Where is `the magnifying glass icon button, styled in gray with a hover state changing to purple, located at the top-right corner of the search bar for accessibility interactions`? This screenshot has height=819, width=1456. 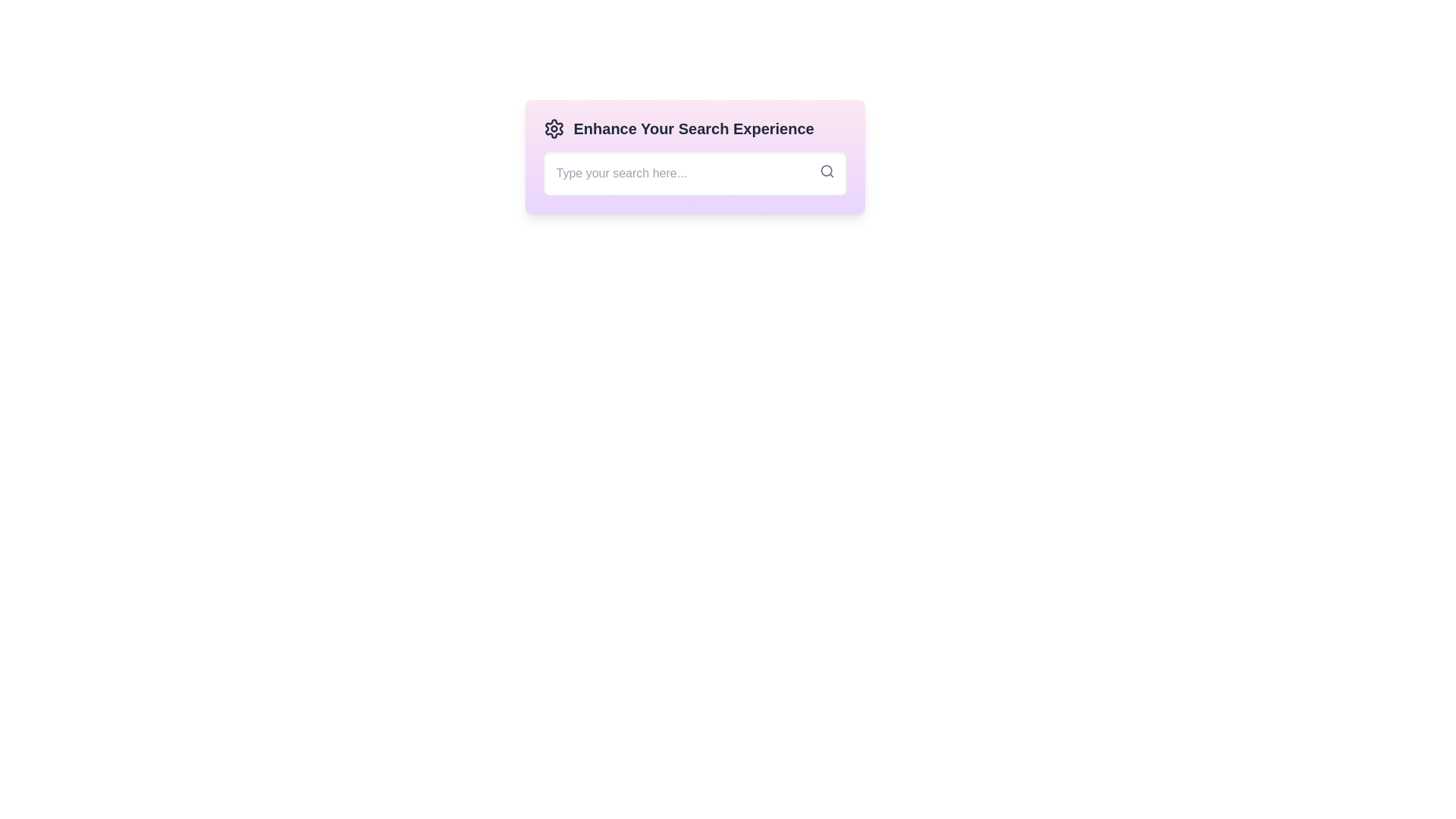
the magnifying glass icon button, styled in gray with a hover state changing to purple, located at the top-right corner of the search bar for accessibility interactions is located at coordinates (826, 171).